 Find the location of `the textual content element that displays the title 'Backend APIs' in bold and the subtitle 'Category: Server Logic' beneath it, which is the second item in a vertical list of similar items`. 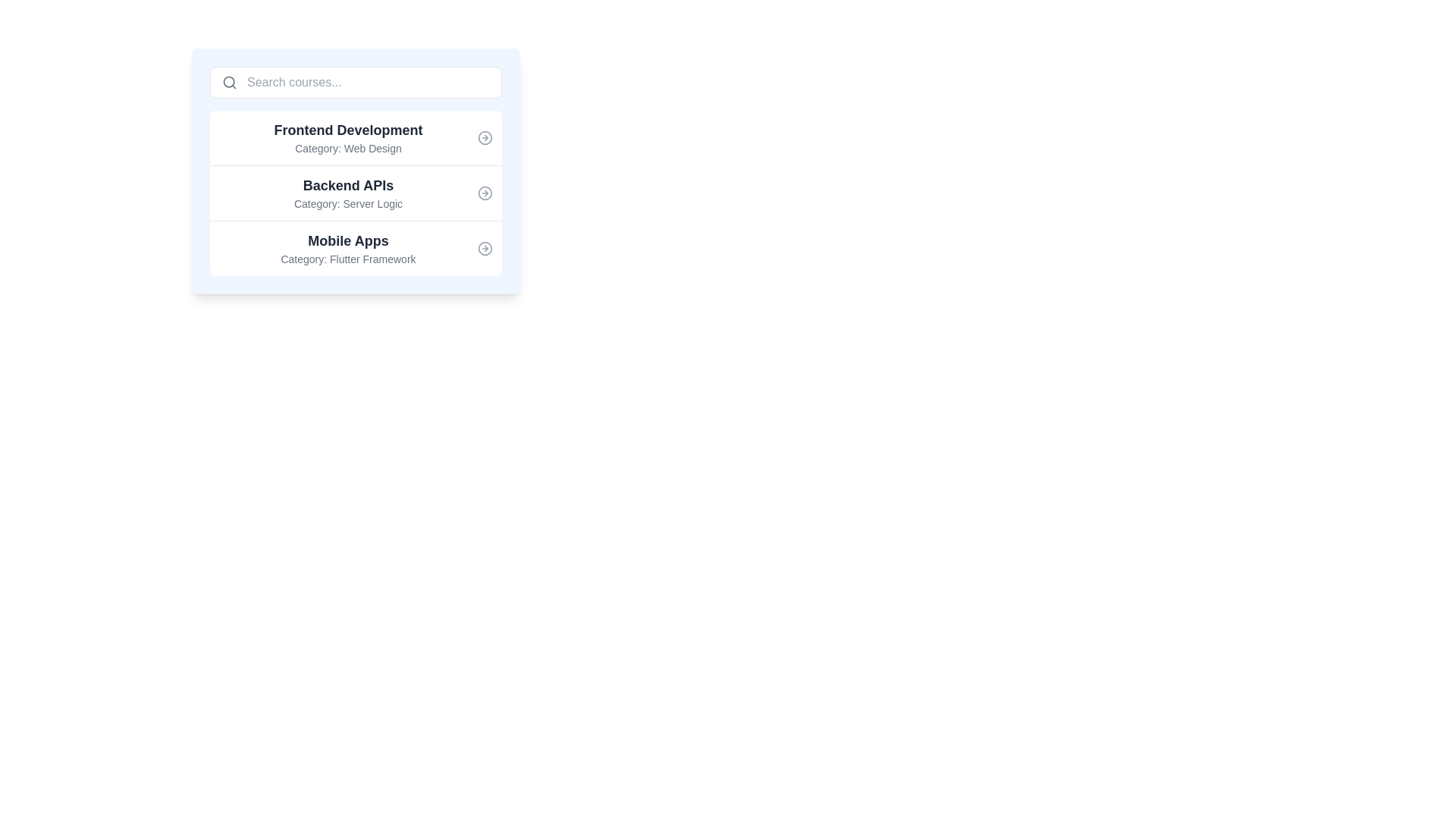

the textual content element that displays the title 'Backend APIs' in bold and the subtitle 'Category: Server Logic' beneath it, which is the second item in a vertical list of similar items is located at coordinates (347, 192).